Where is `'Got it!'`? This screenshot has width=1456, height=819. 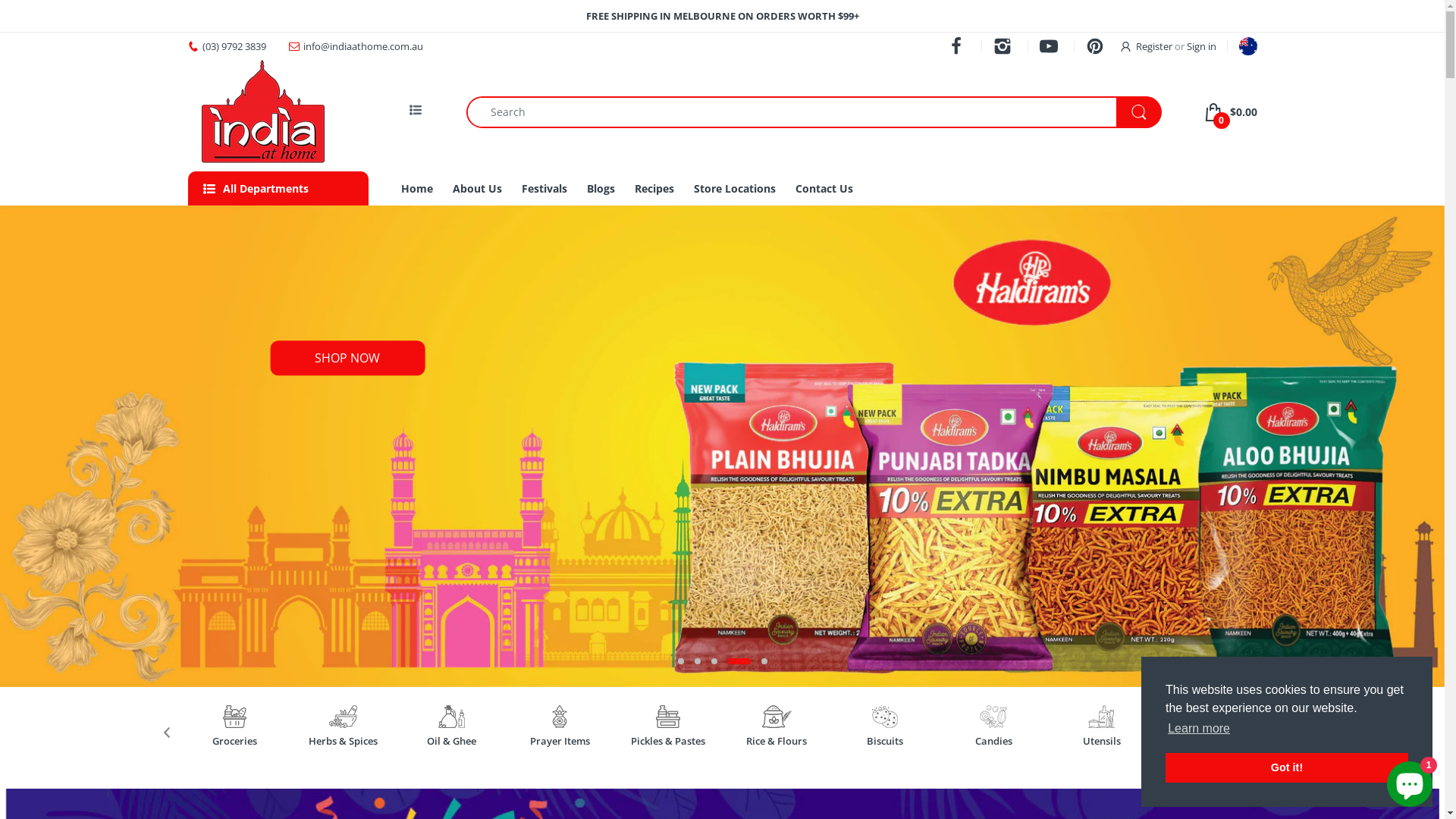 'Got it!' is located at coordinates (1286, 767).